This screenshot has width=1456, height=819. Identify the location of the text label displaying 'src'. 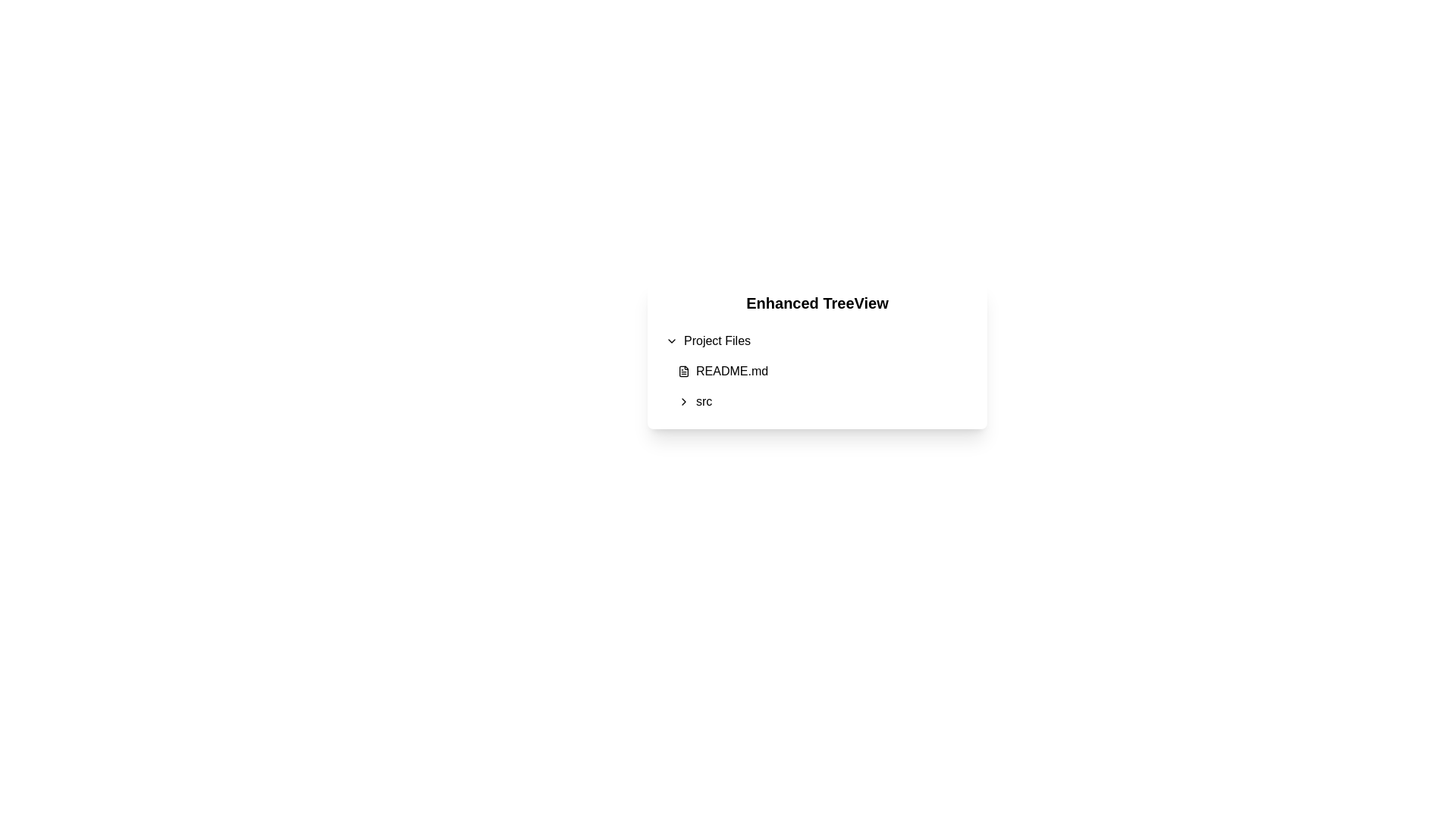
(703, 400).